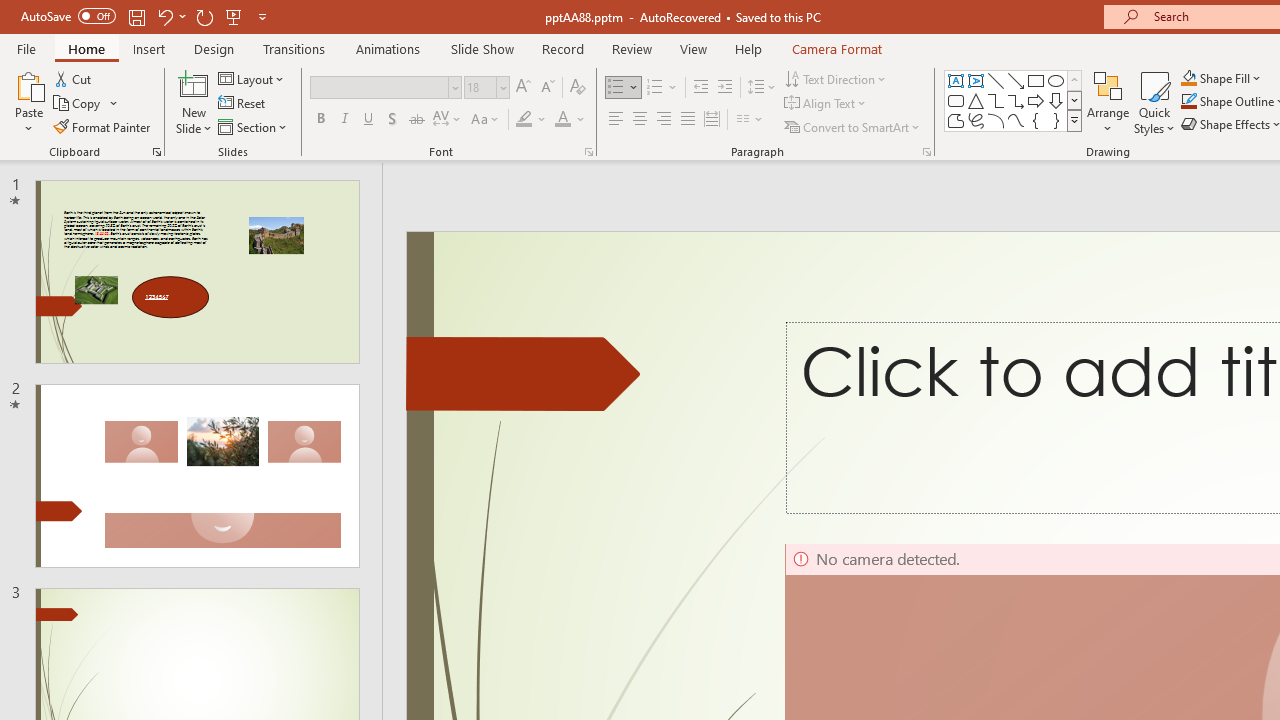 This screenshot has height=720, width=1280. Describe the element at coordinates (747, 48) in the screenshot. I see `'Help'` at that location.